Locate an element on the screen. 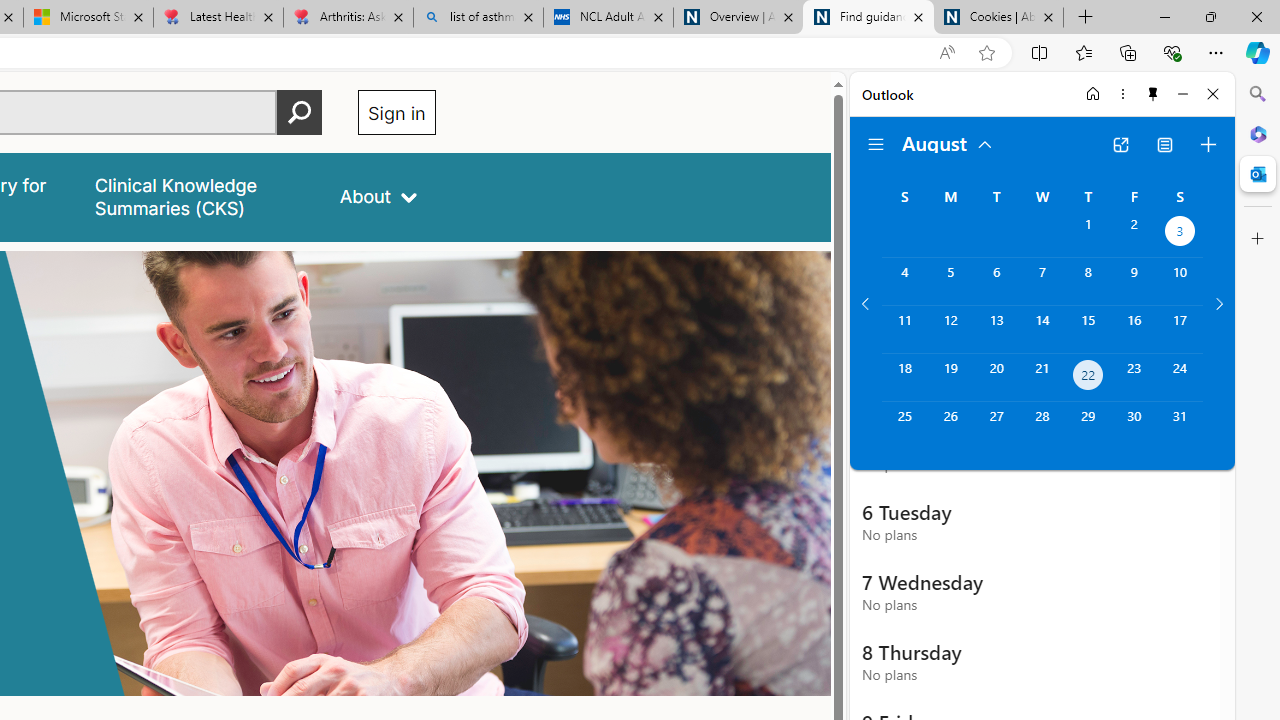 The height and width of the screenshot is (720, 1280). 'false' is located at coordinates (199, 197).